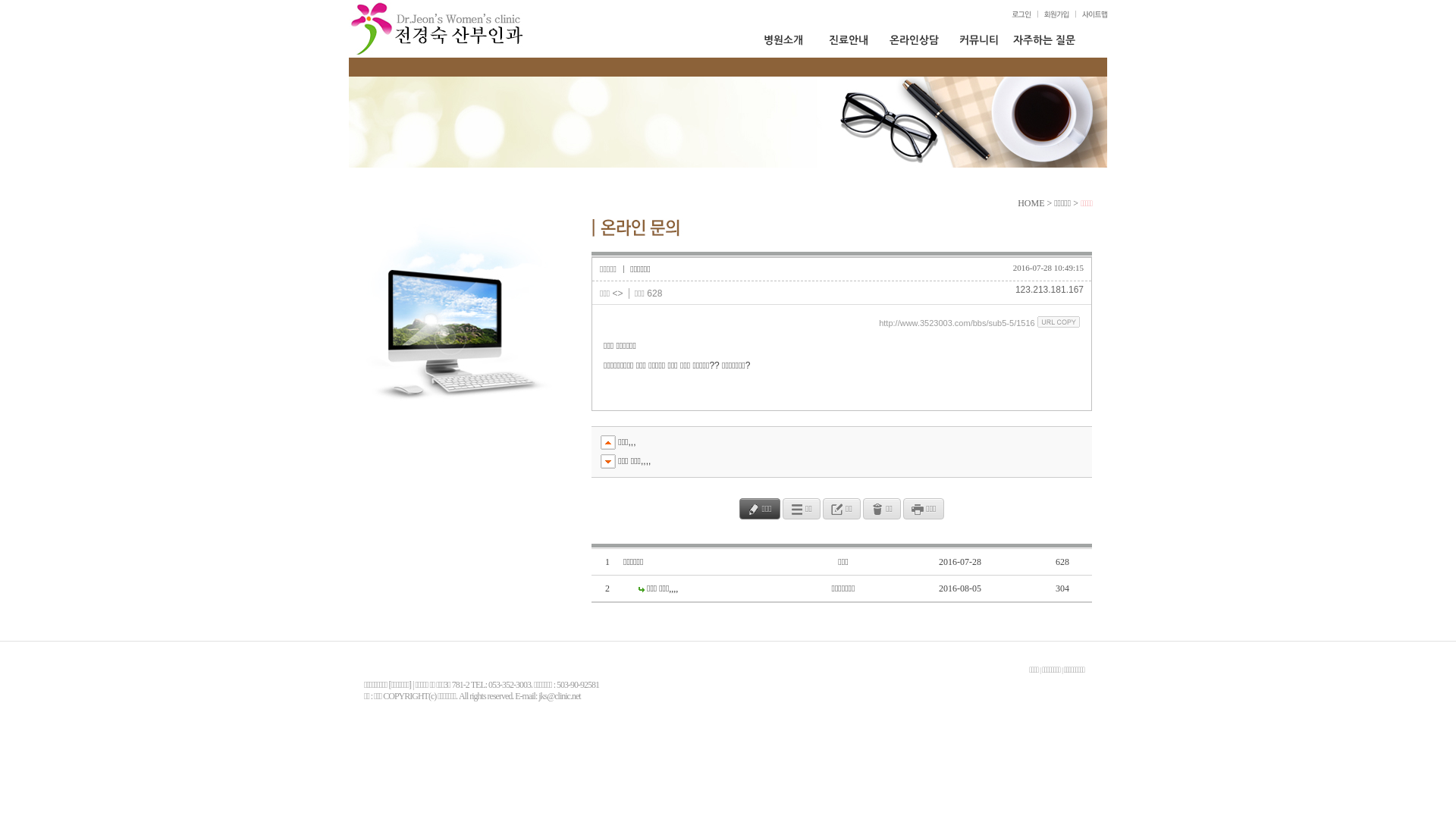 The width and height of the screenshot is (1456, 819). What do you see at coordinates (955, 322) in the screenshot?
I see `'http://www.3523003.com/bbs/sub5-5/1516'` at bounding box center [955, 322].